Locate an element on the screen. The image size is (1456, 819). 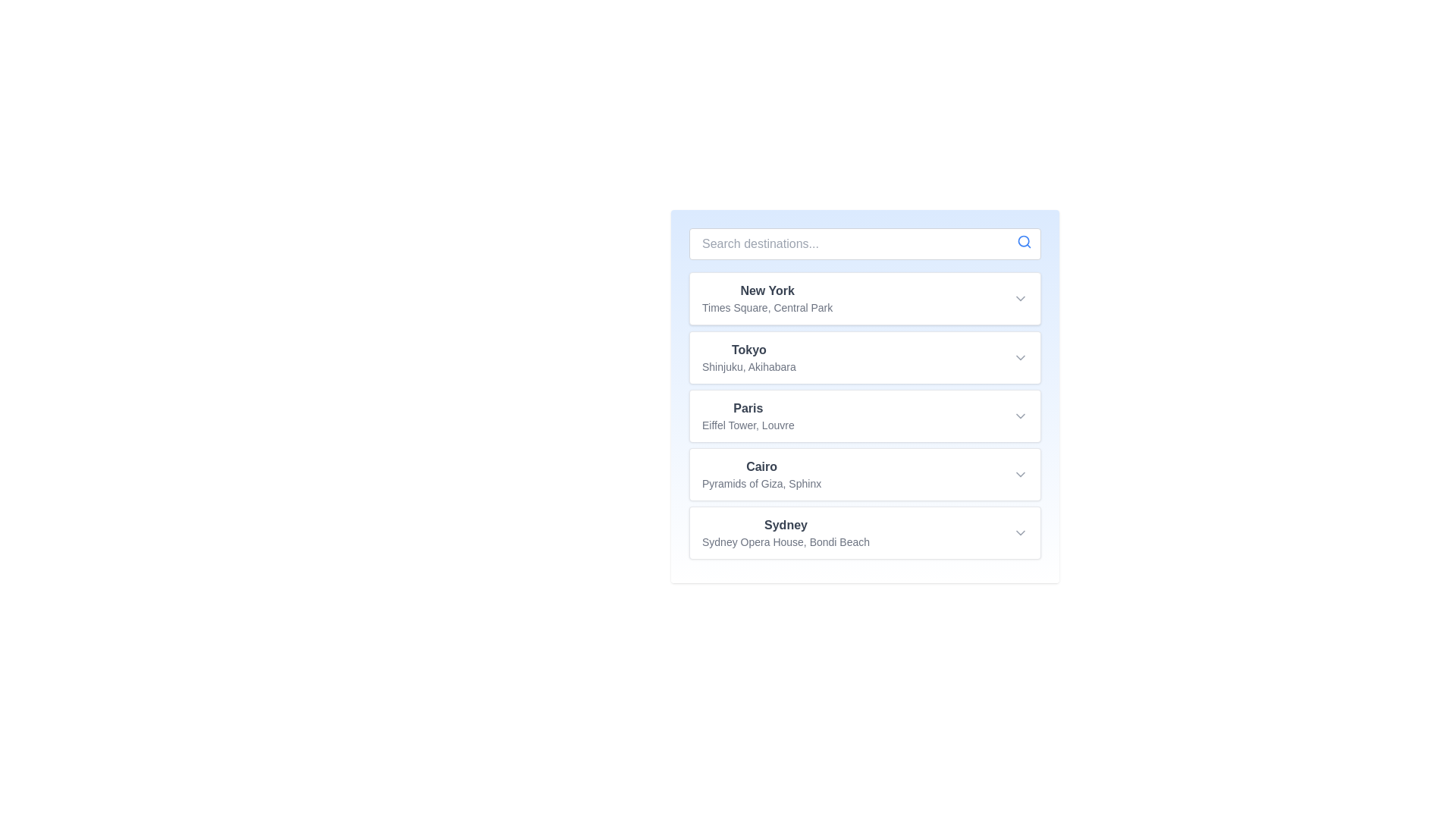
the fifth expandable list item labeled 'Sydney' is located at coordinates (865, 532).